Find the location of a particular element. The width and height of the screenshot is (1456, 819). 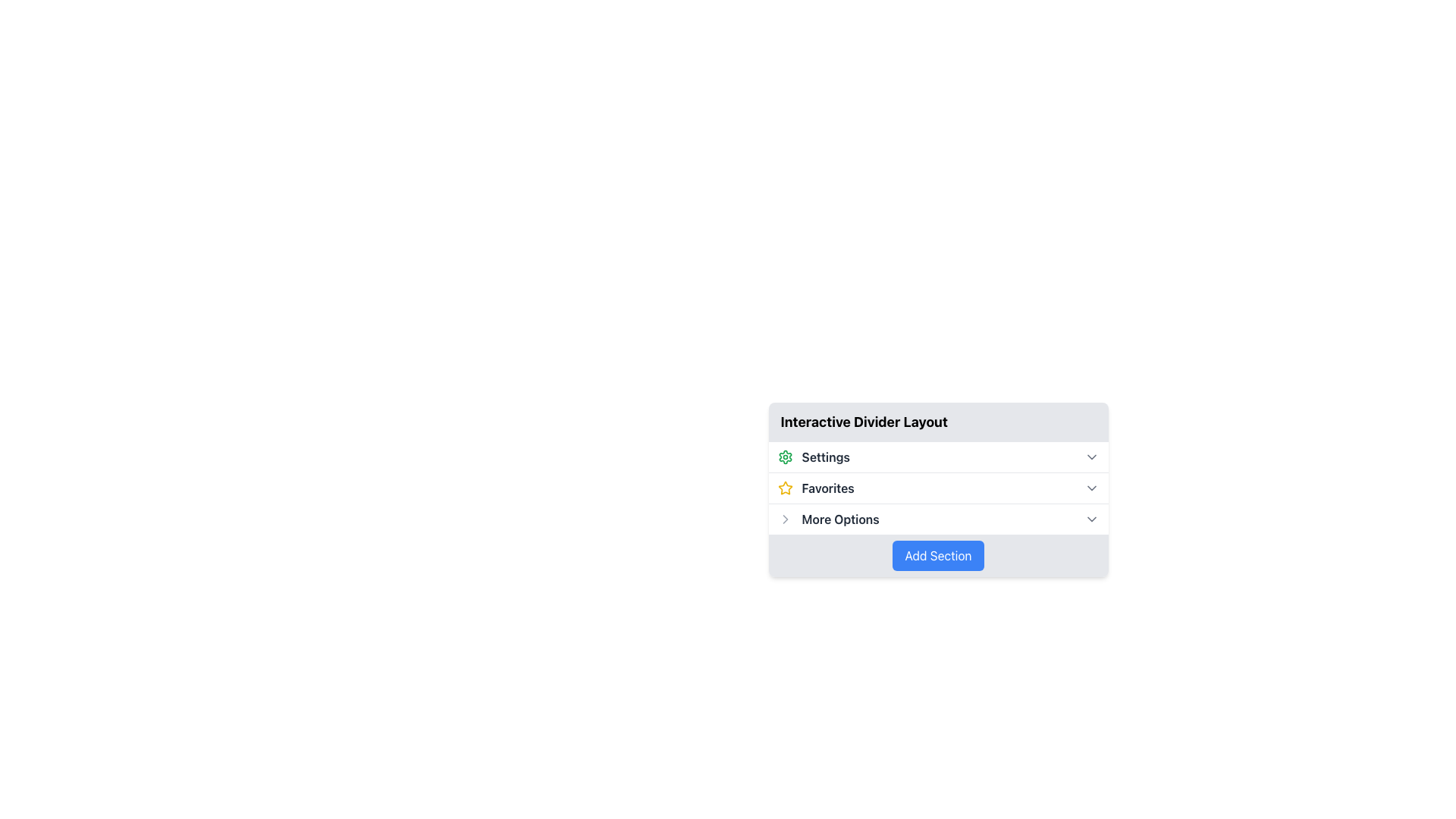

the collapsible menu item related to 'More Options', which is the third item in the 'Interactive Divider Layout' list, positioned below 'Settings' and 'Favorites' is located at coordinates (937, 518).